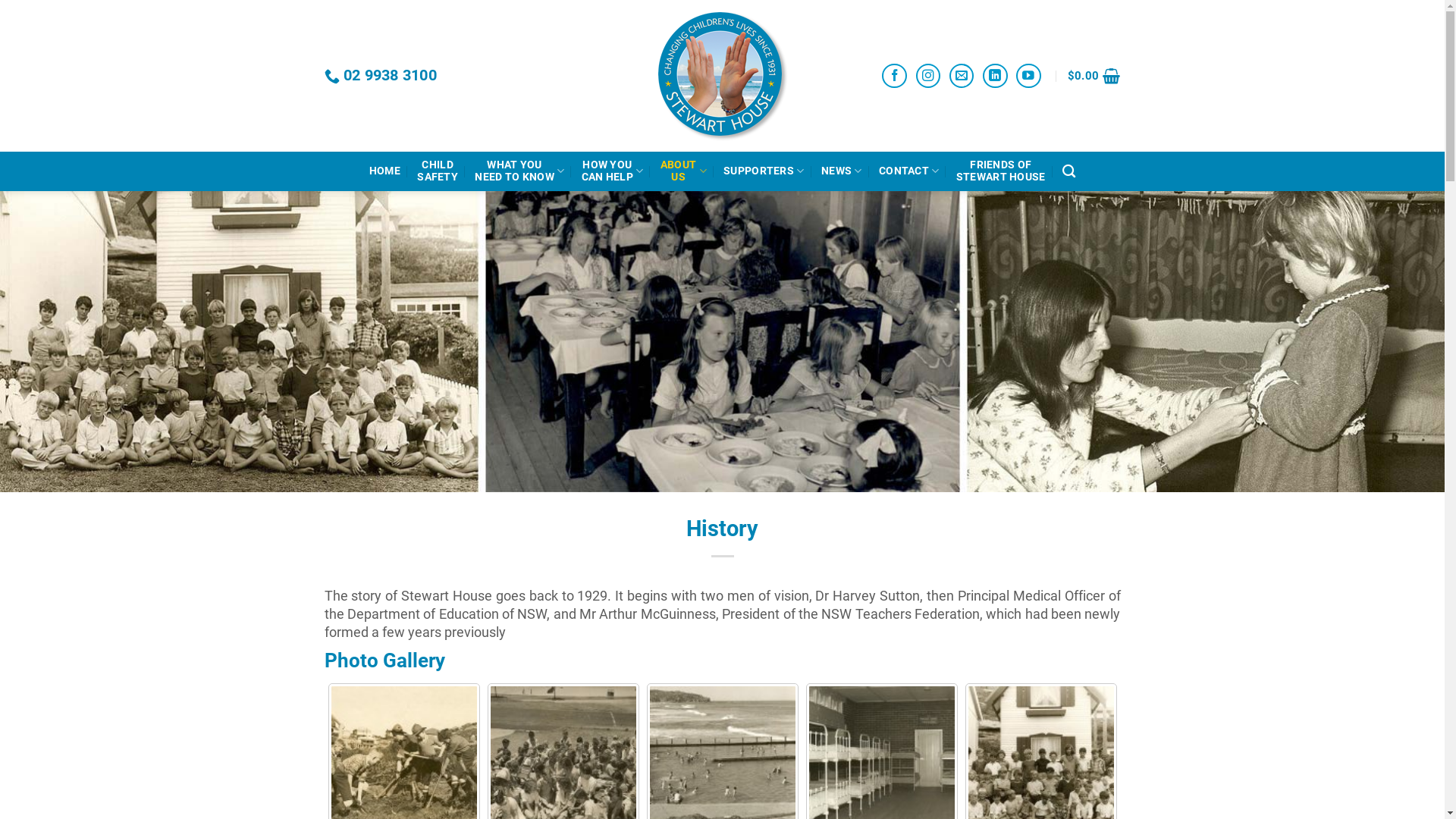 The image size is (1456, 819). I want to click on 'ABOUT, so click(660, 171).